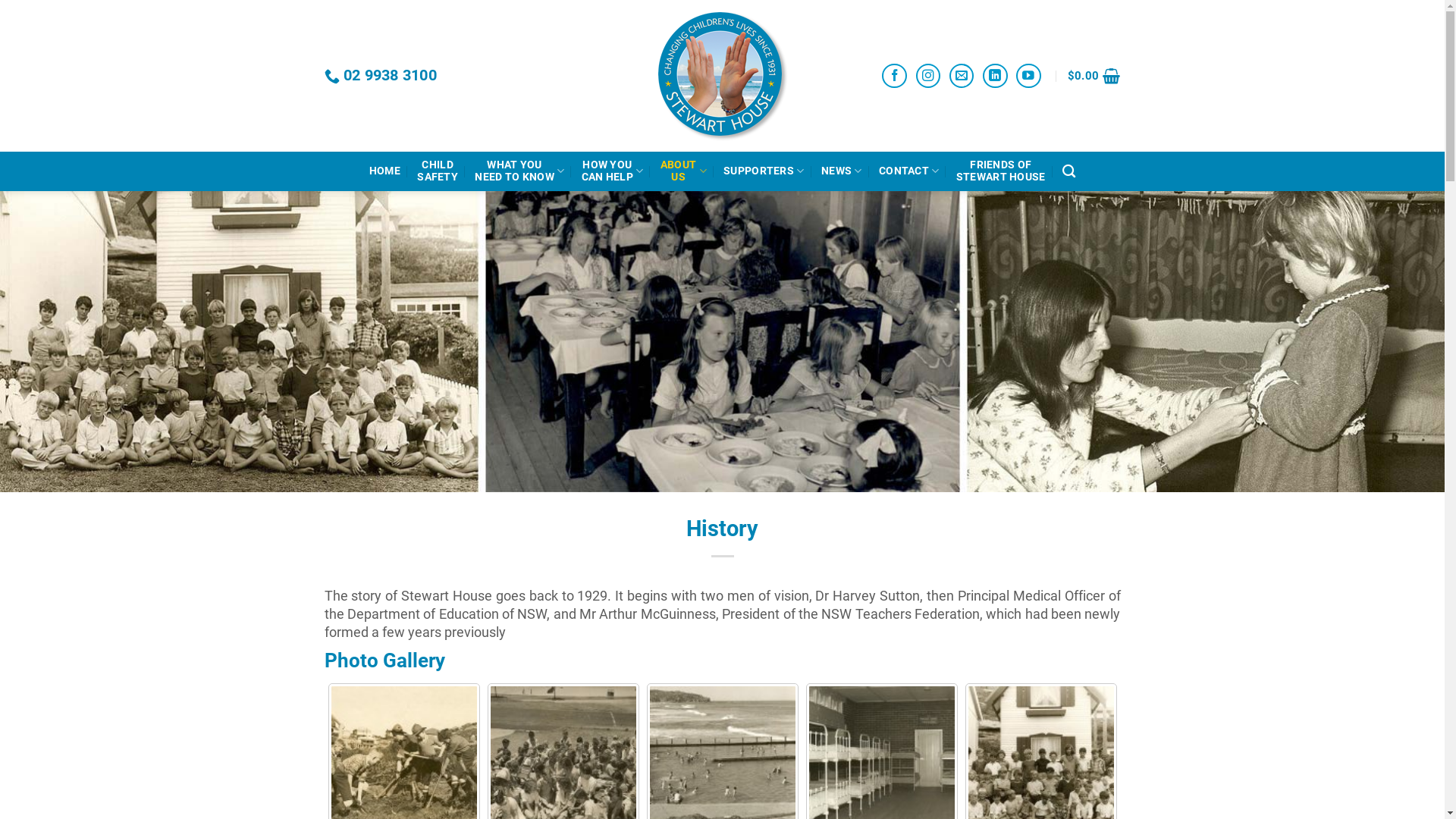 The image size is (1456, 819). I want to click on 'ABOUT, so click(660, 171).